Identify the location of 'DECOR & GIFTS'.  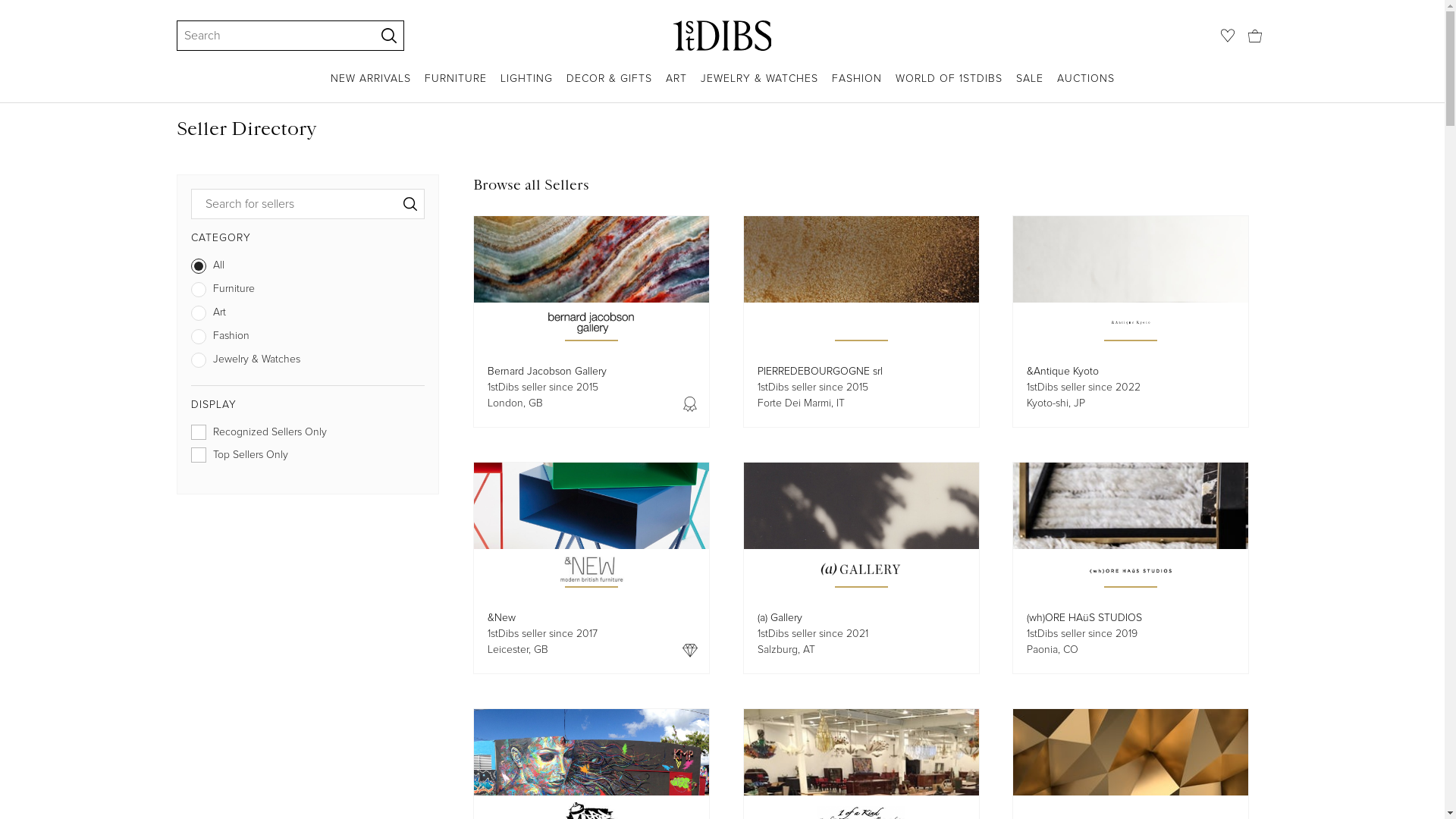
(564, 86).